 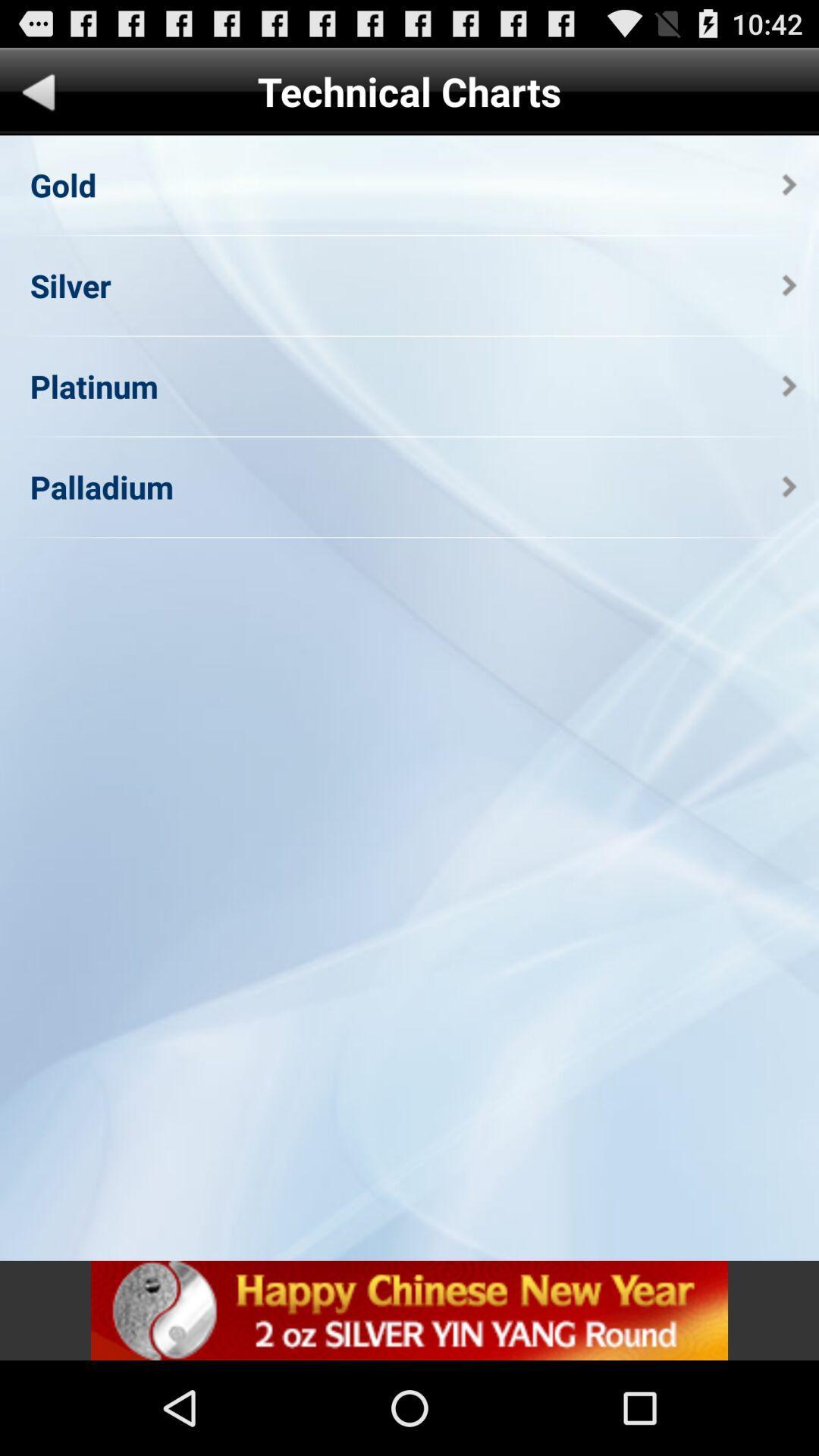 What do you see at coordinates (102, 487) in the screenshot?
I see `icon below platinum app` at bounding box center [102, 487].